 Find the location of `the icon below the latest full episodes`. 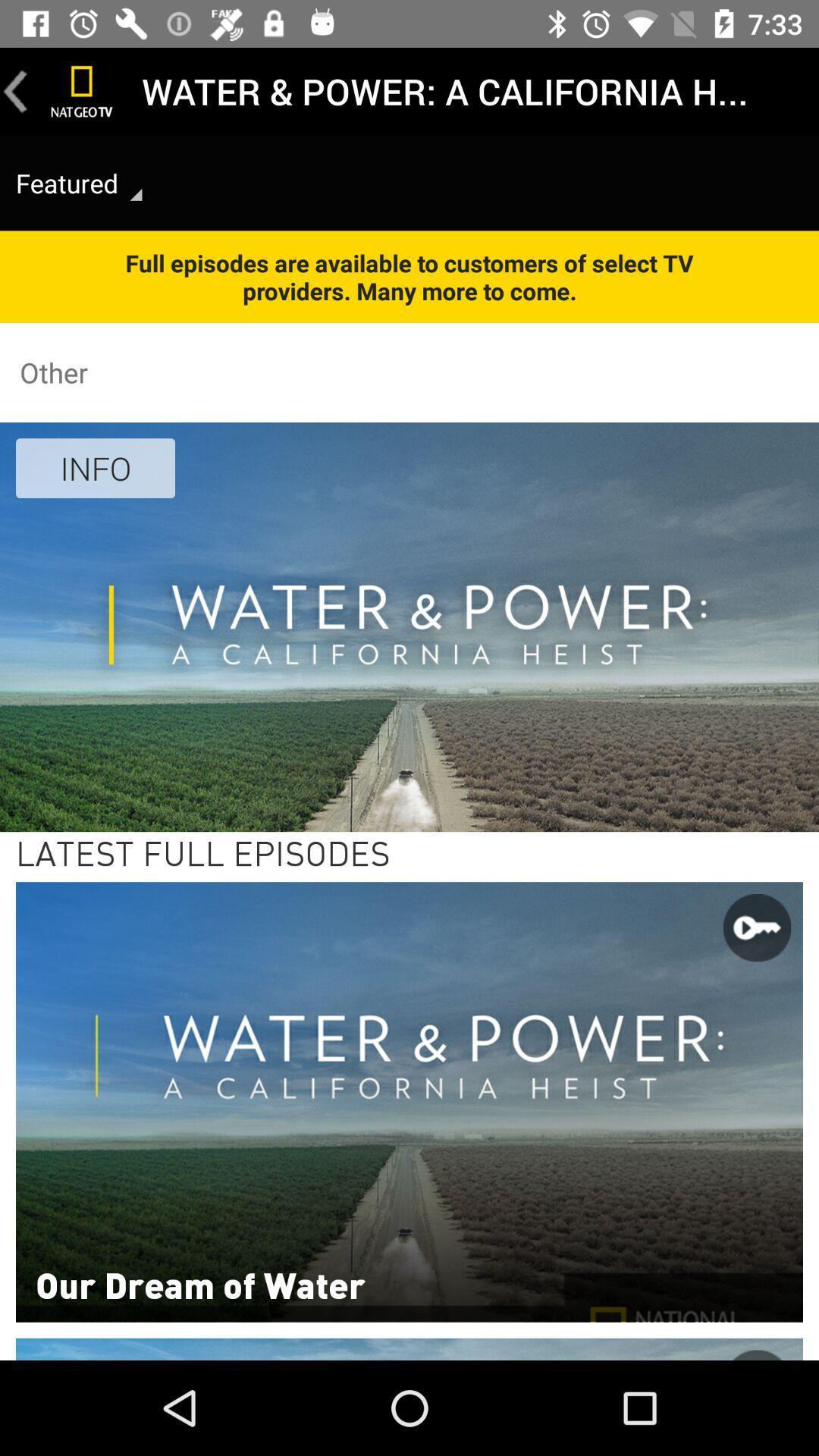

the icon below the latest full episodes is located at coordinates (199, 1283).